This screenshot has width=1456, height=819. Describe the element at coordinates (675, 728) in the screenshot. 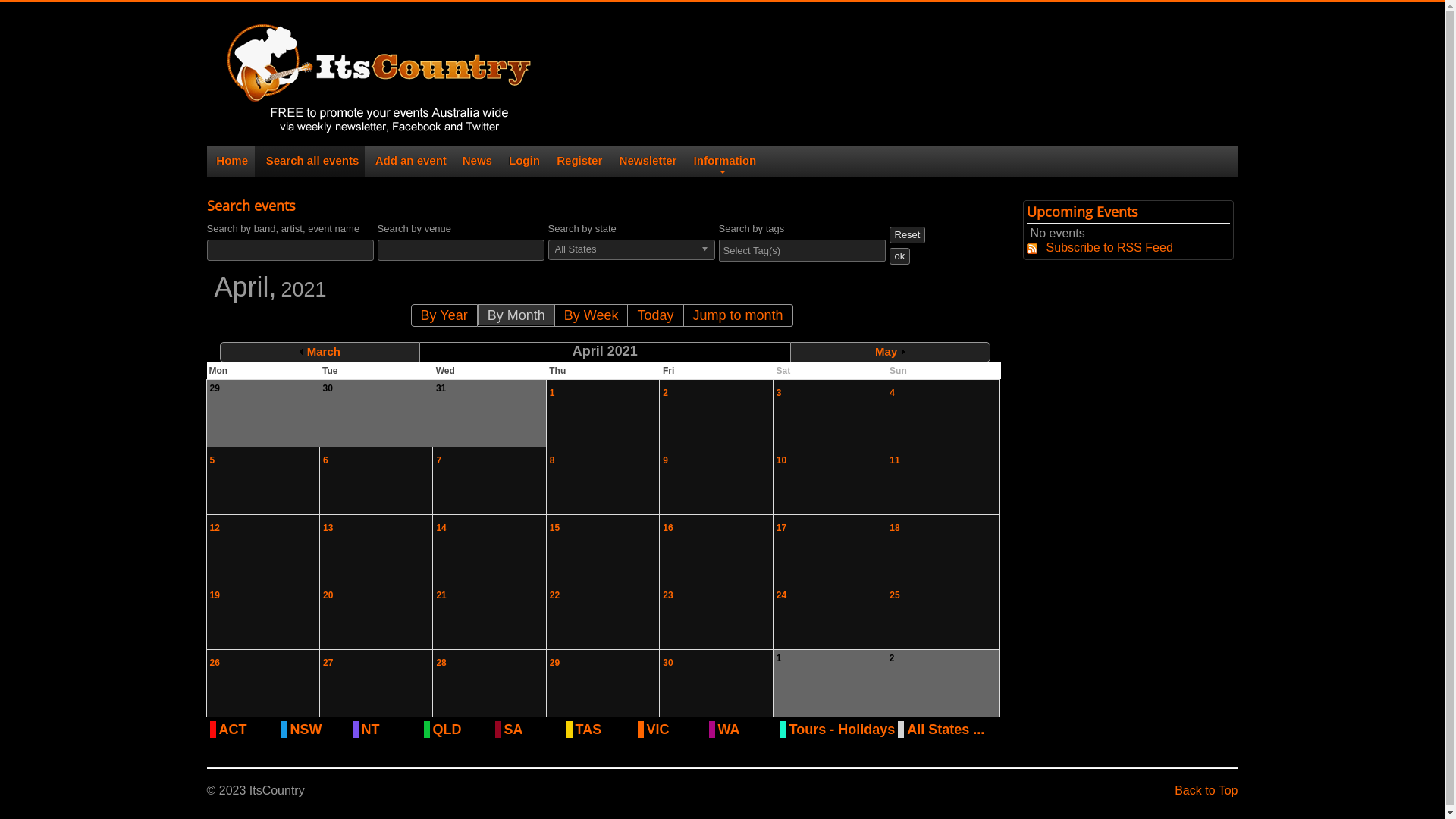

I see `'VIC'` at that location.